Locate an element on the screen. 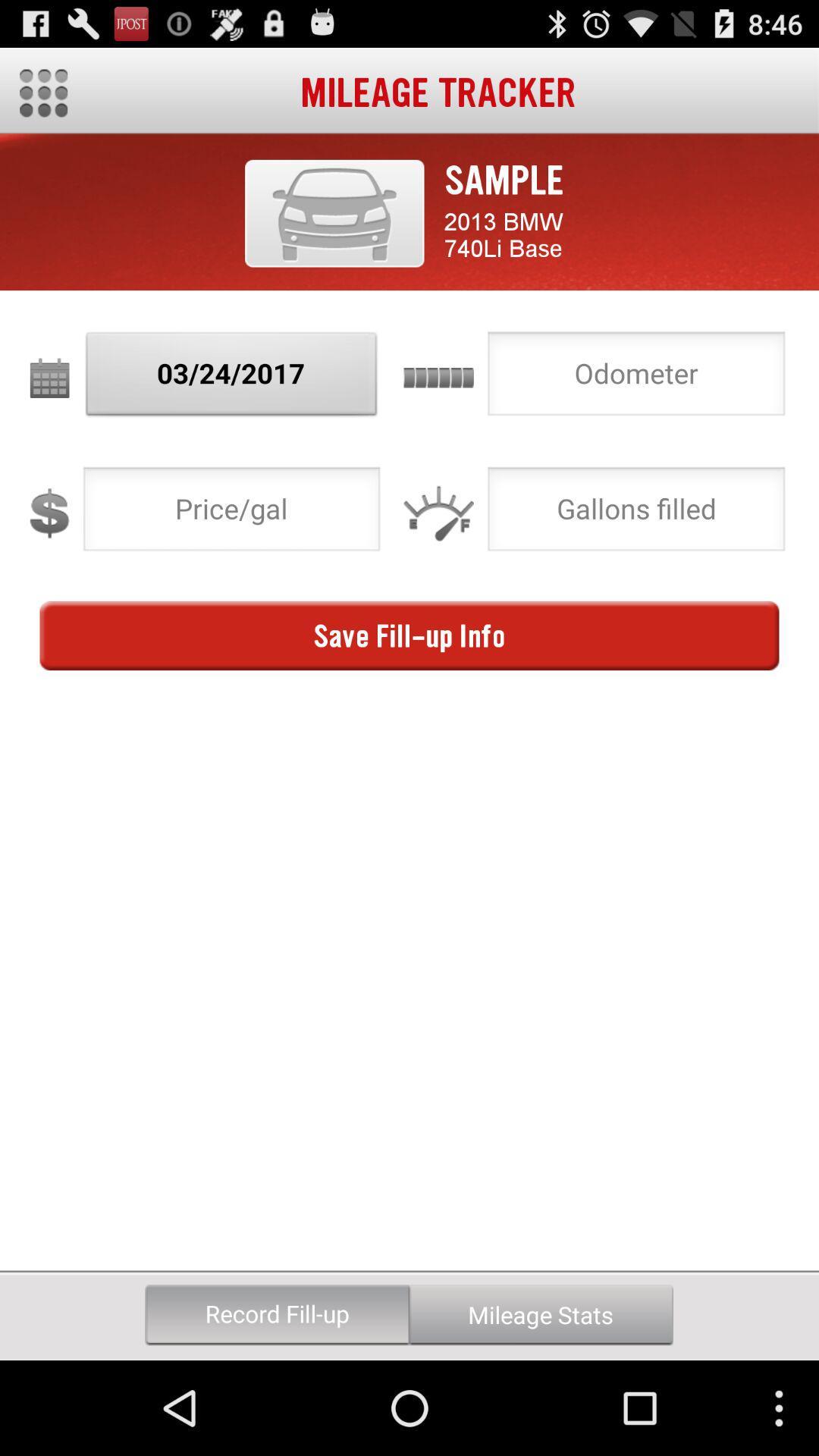  the item next to the mileage tracker is located at coordinates (42, 93).